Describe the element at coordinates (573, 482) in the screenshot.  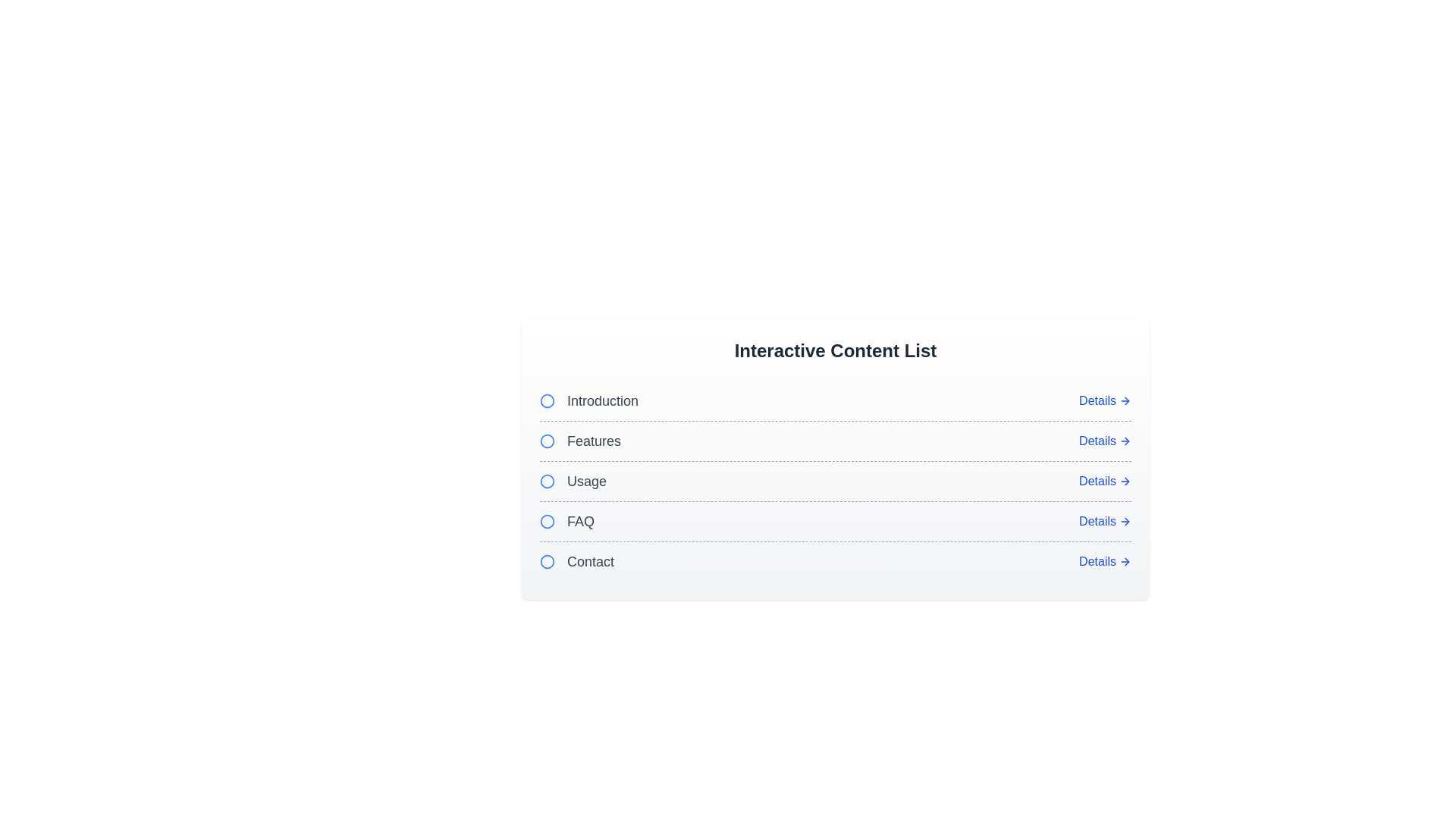
I see `the 'Usage' label with icon, which is styled as bold gray text and positioned in the third row of a vertically stacked list between 'Features' and 'FAQ'` at that location.